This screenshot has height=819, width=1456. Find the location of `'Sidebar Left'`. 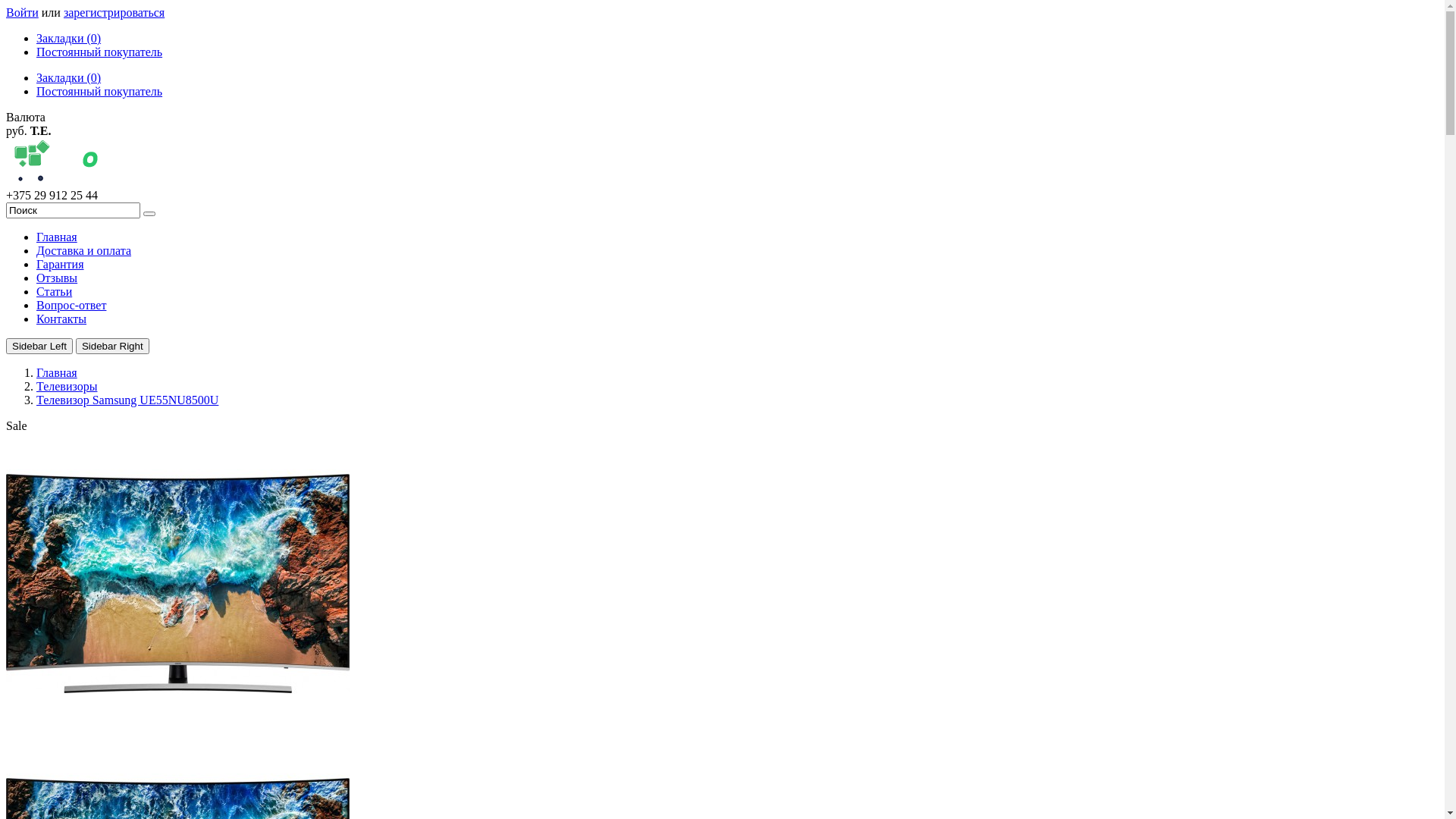

'Sidebar Left' is located at coordinates (39, 346).